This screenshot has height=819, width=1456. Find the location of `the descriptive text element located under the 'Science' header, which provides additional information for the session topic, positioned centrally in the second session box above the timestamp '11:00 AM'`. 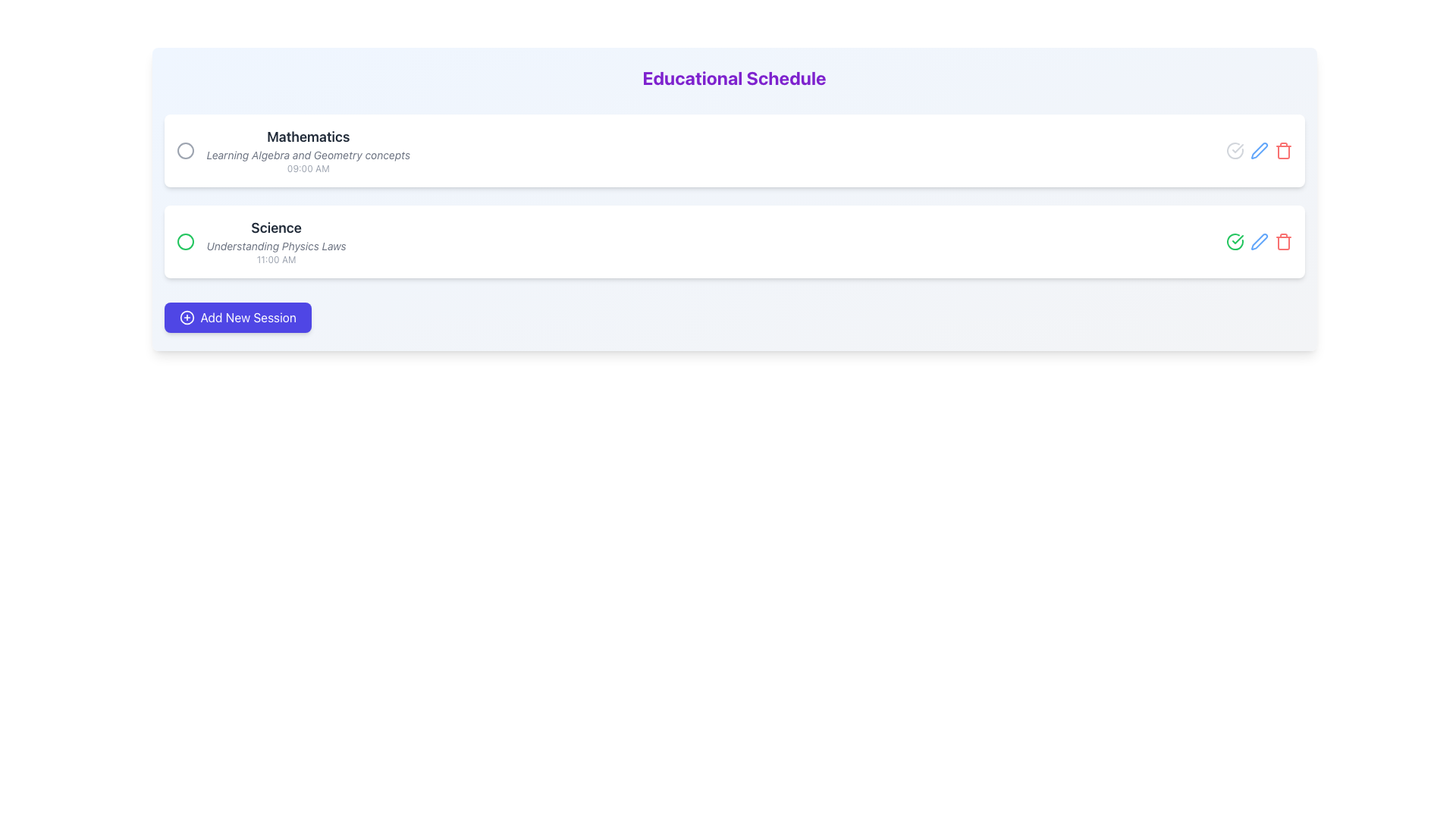

the descriptive text element located under the 'Science' header, which provides additional information for the session topic, positioned centrally in the second session box above the timestamp '11:00 AM' is located at coordinates (276, 245).